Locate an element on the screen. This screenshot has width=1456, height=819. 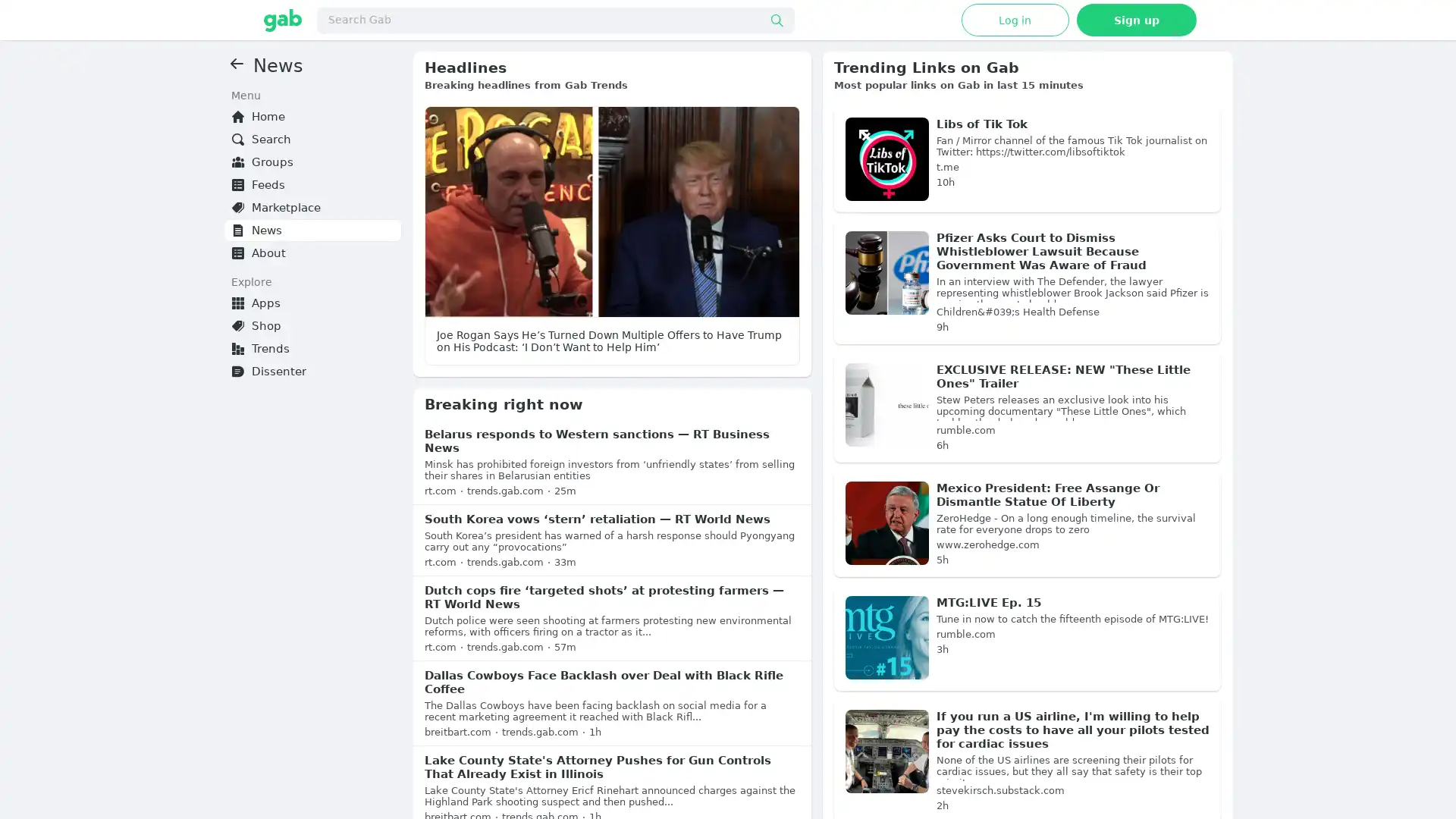
? is located at coordinates (1218, 73).